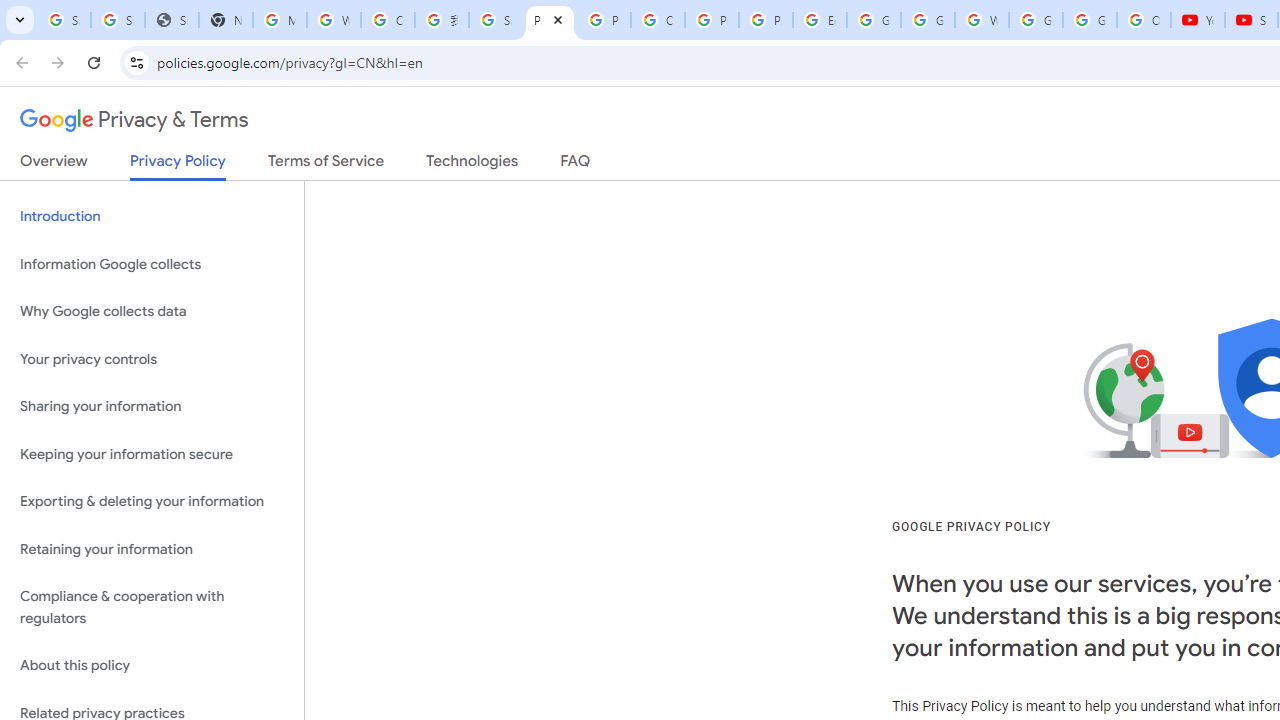 The image size is (1280, 720). I want to click on 'Sign In - USA TODAY', so click(171, 20).